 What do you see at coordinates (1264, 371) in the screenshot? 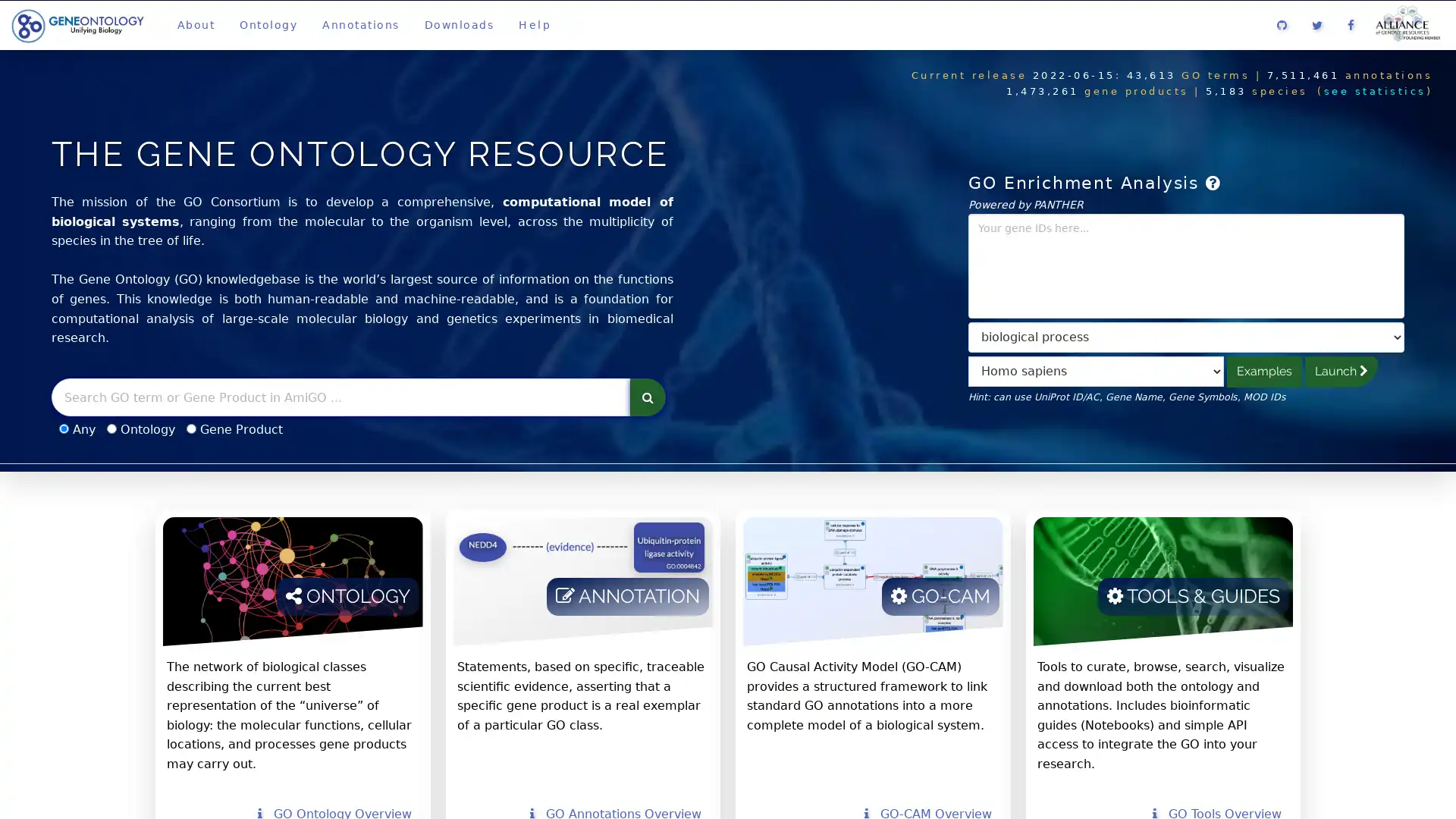
I see `Examples` at bounding box center [1264, 371].